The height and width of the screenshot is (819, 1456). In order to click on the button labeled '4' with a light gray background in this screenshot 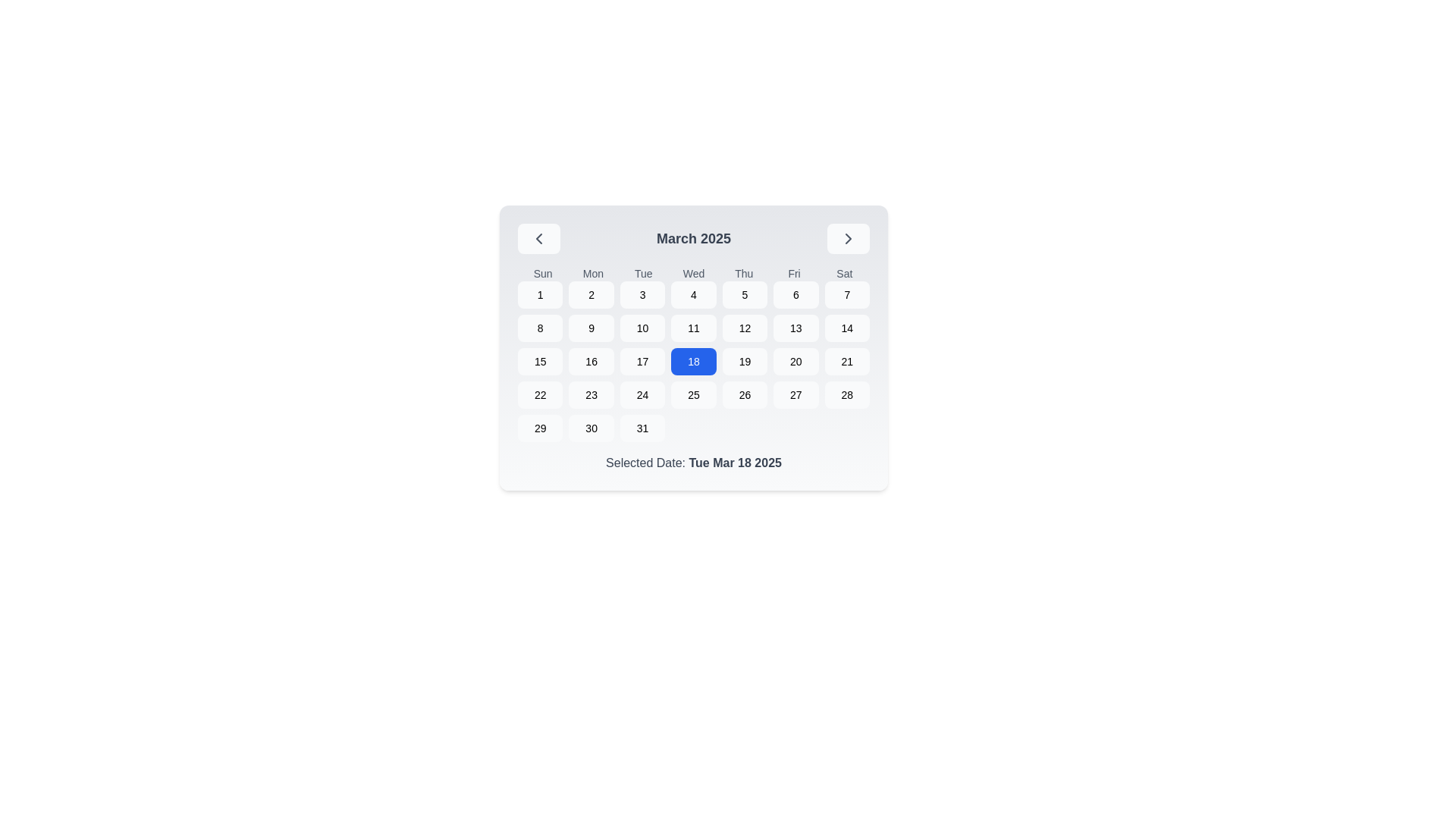, I will do `click(693, 295)`.